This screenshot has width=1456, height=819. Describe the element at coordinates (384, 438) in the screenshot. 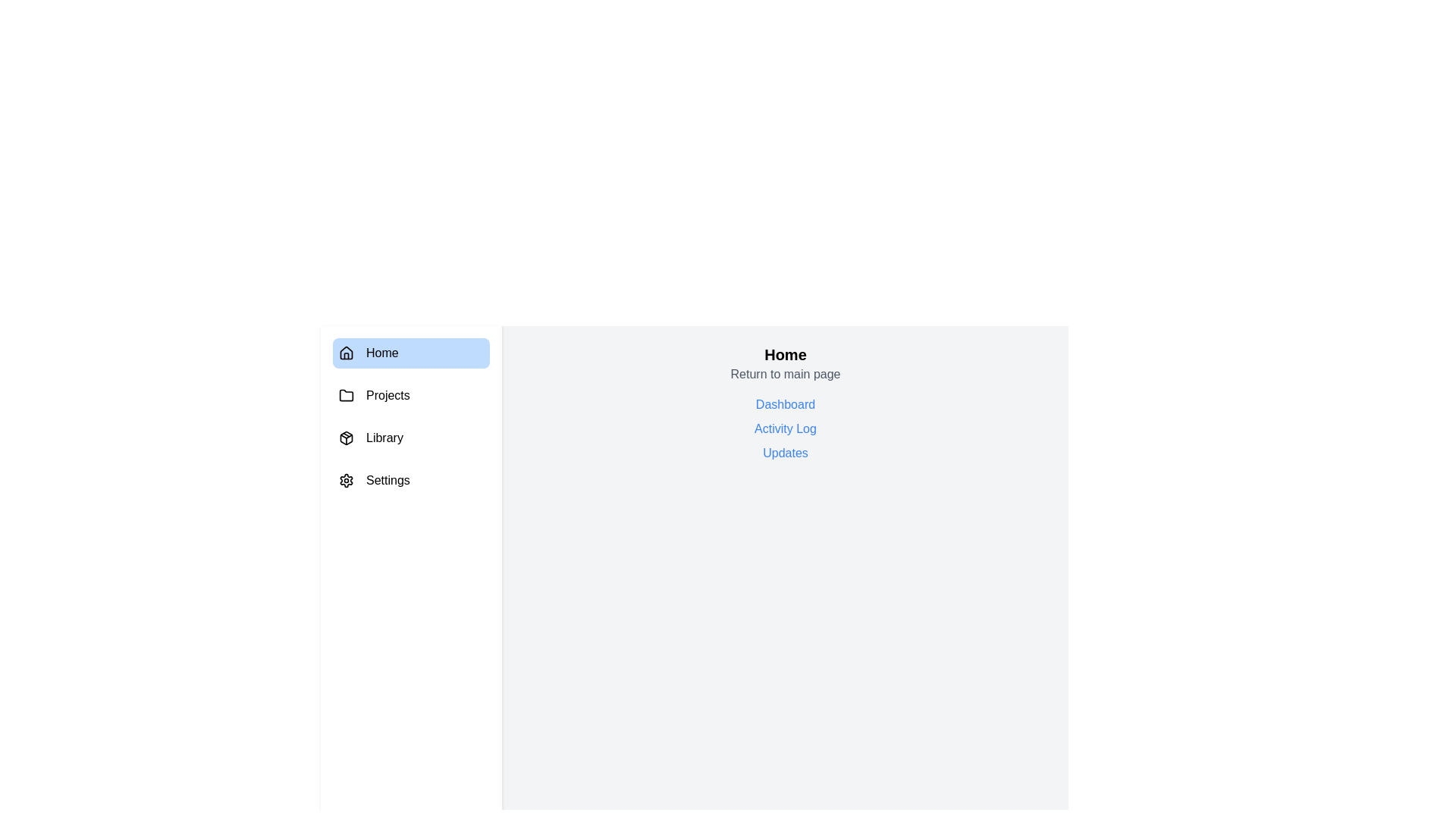

I see `the 'Library' text label in the sidebar navigation menu, located between 'Projects' and 'Settings'` at that location.